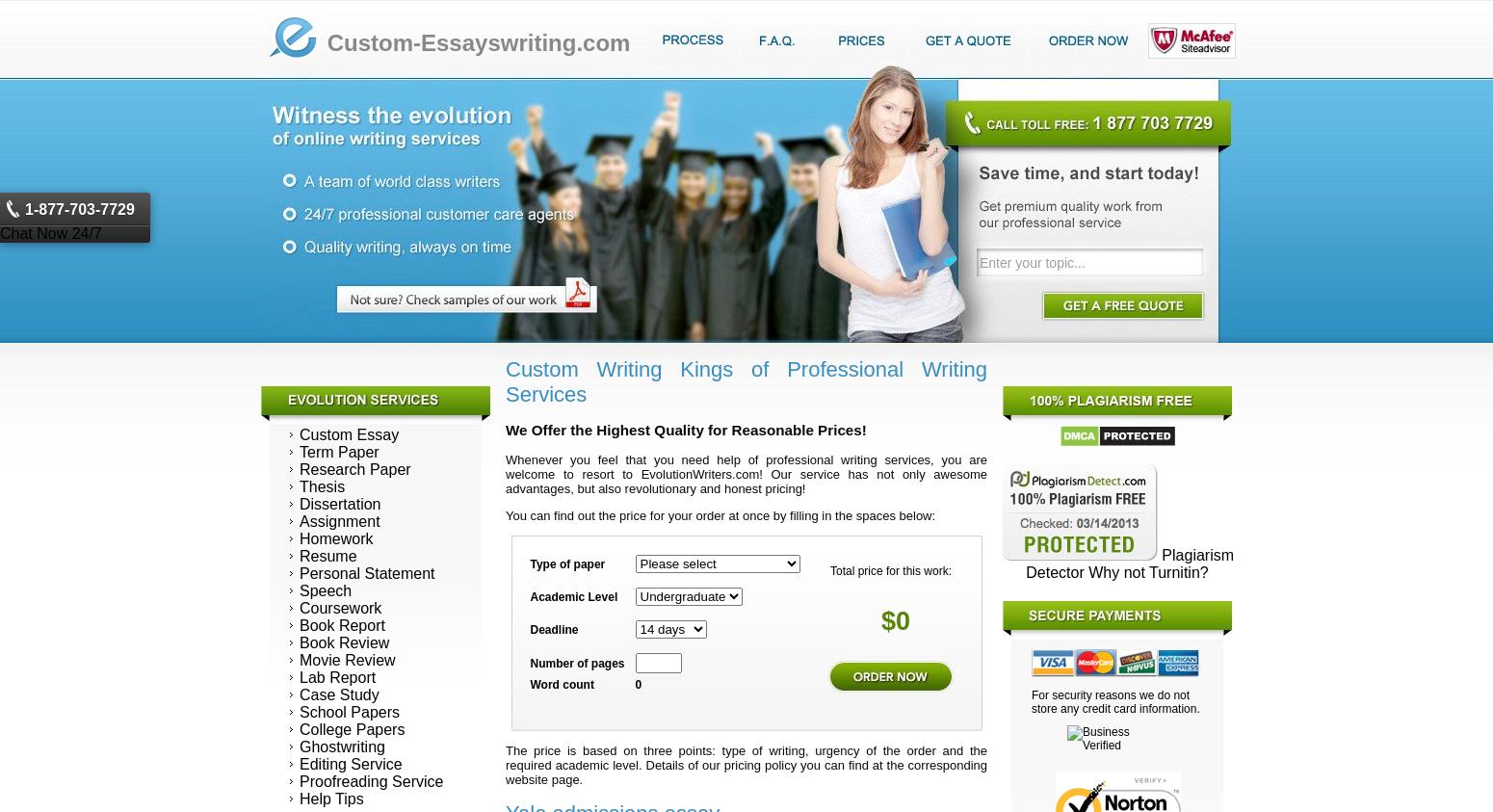 Image resolution: width=1493 pixels, height=812 pixels. Describe the element at coordinates (346, 658) in the screenshot. I see `'Movie Review'` at that location.